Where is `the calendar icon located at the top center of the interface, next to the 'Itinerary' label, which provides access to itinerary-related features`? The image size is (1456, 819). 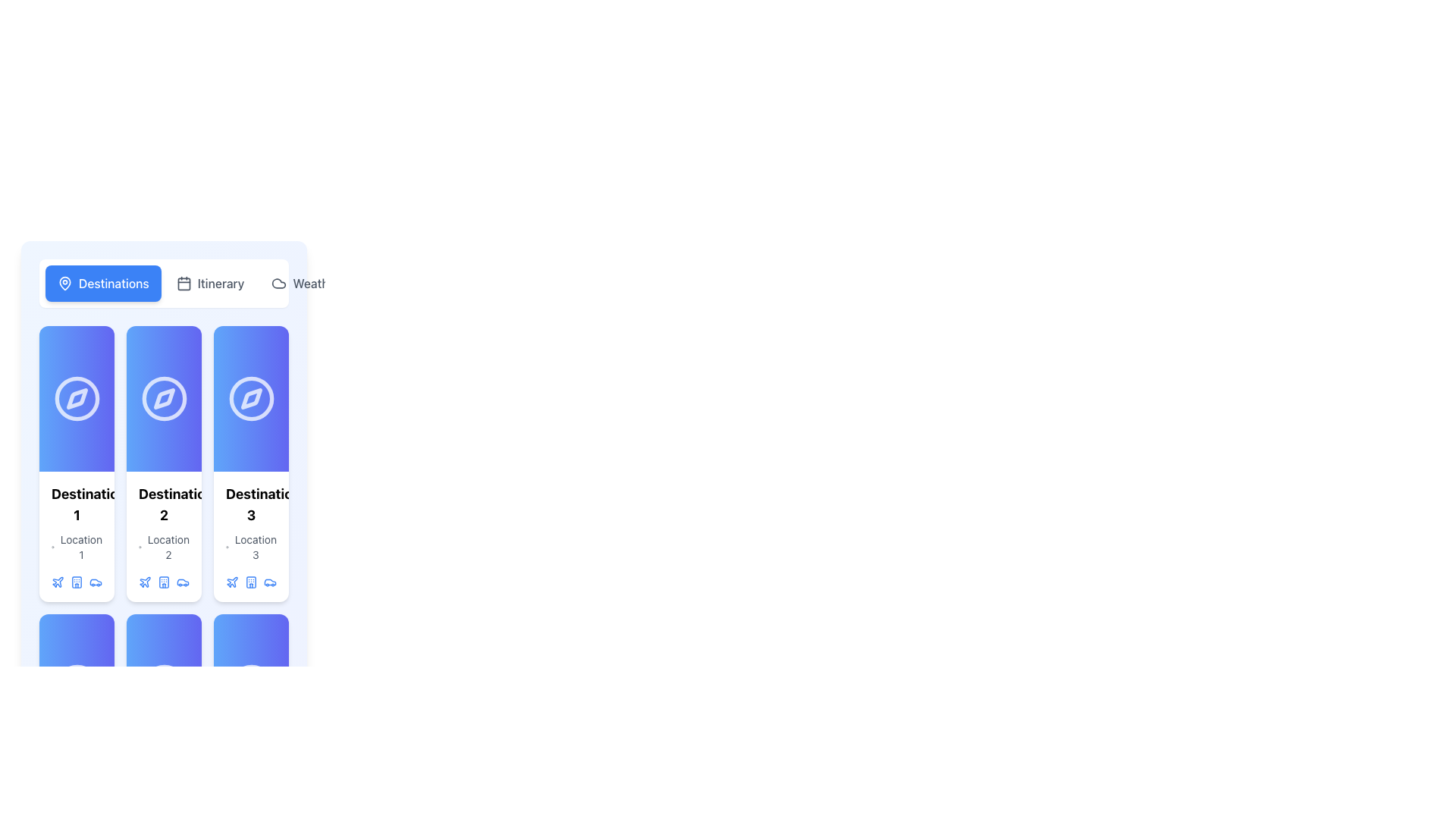 the calendar icon located at the top center of the interface, next to the 'Itinerary' label, which provides access to itinerary-related features is located at coordinates (183, 284).